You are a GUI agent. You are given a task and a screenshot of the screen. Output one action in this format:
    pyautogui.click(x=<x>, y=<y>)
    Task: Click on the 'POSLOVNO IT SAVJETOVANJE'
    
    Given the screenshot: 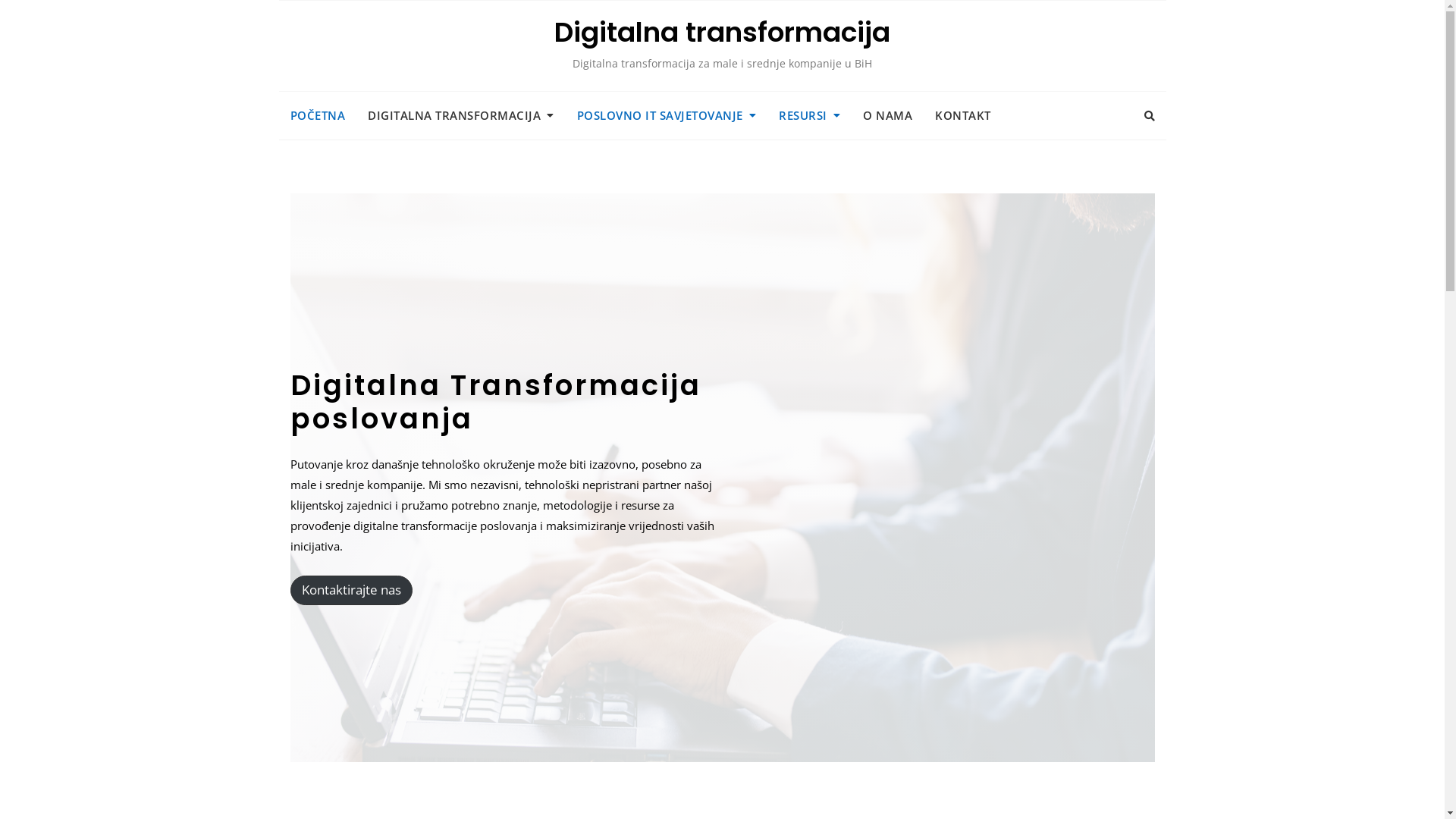 What is the action you would take?
    pyautogui.click(x=667, y=115)
    